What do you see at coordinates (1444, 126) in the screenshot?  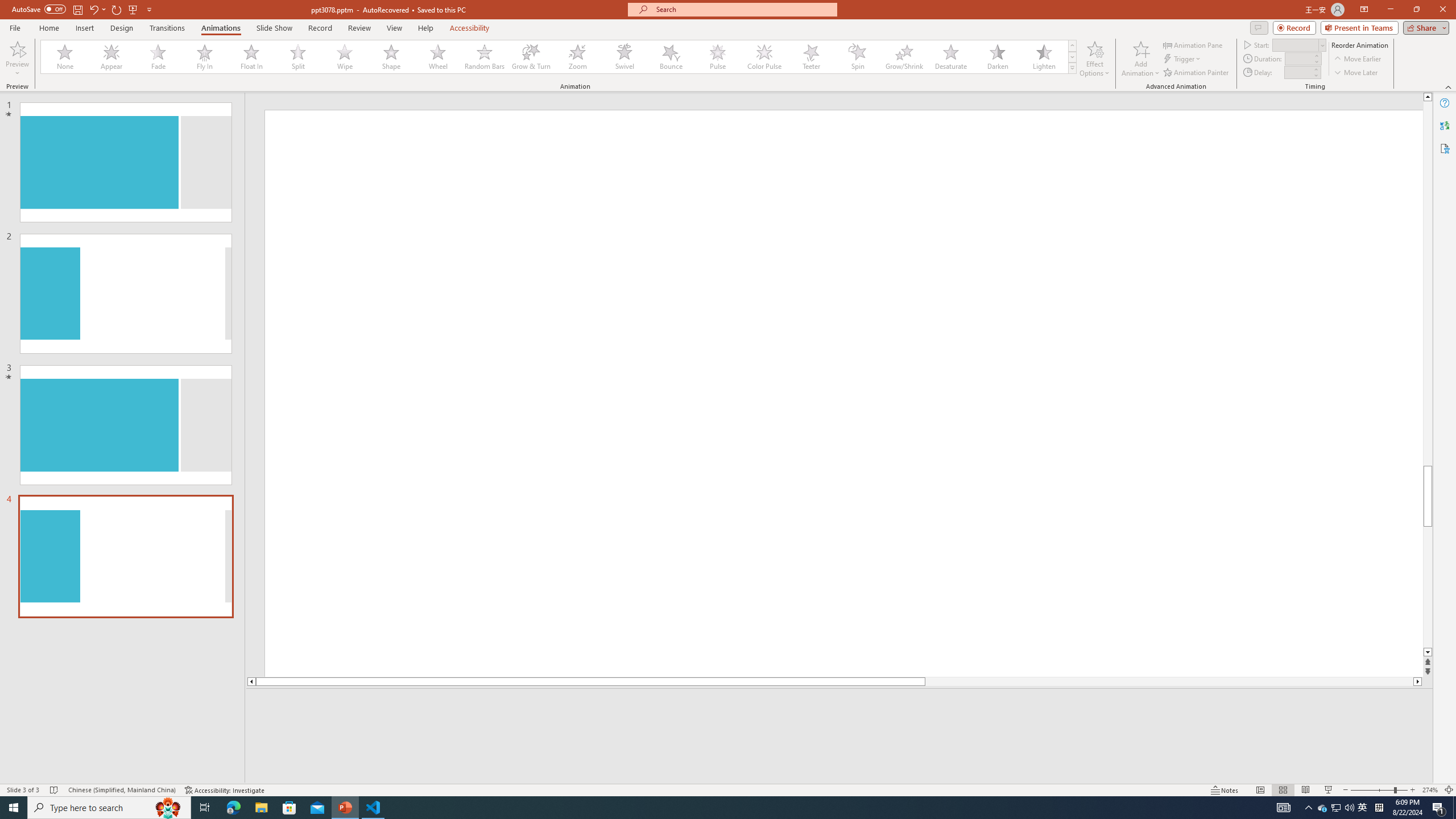 I see `'Translator'` at bounding box center [1444, 126].